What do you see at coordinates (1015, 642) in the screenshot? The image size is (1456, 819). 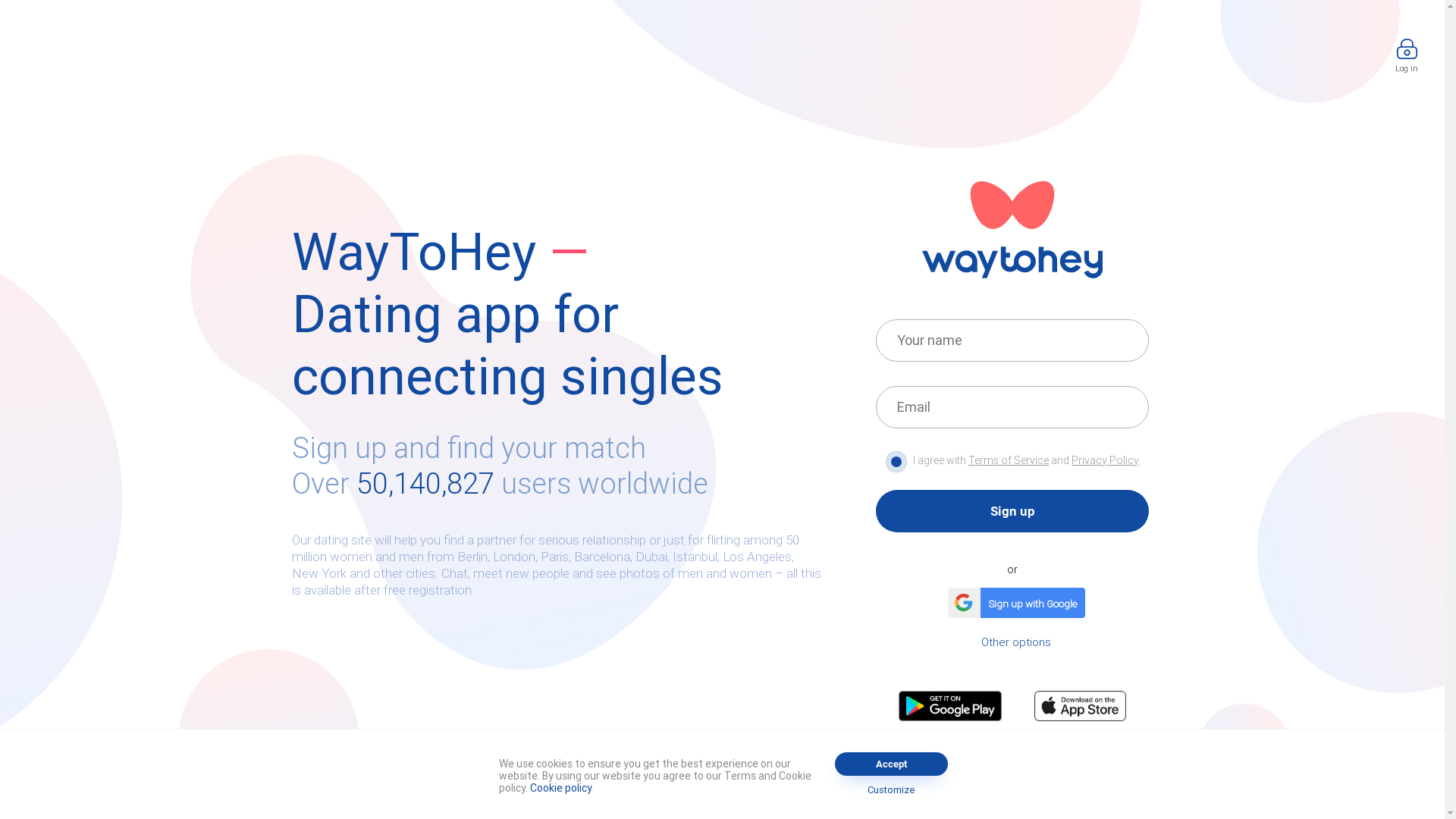 I see `'Other options'` at bounding box center [1015, 642].